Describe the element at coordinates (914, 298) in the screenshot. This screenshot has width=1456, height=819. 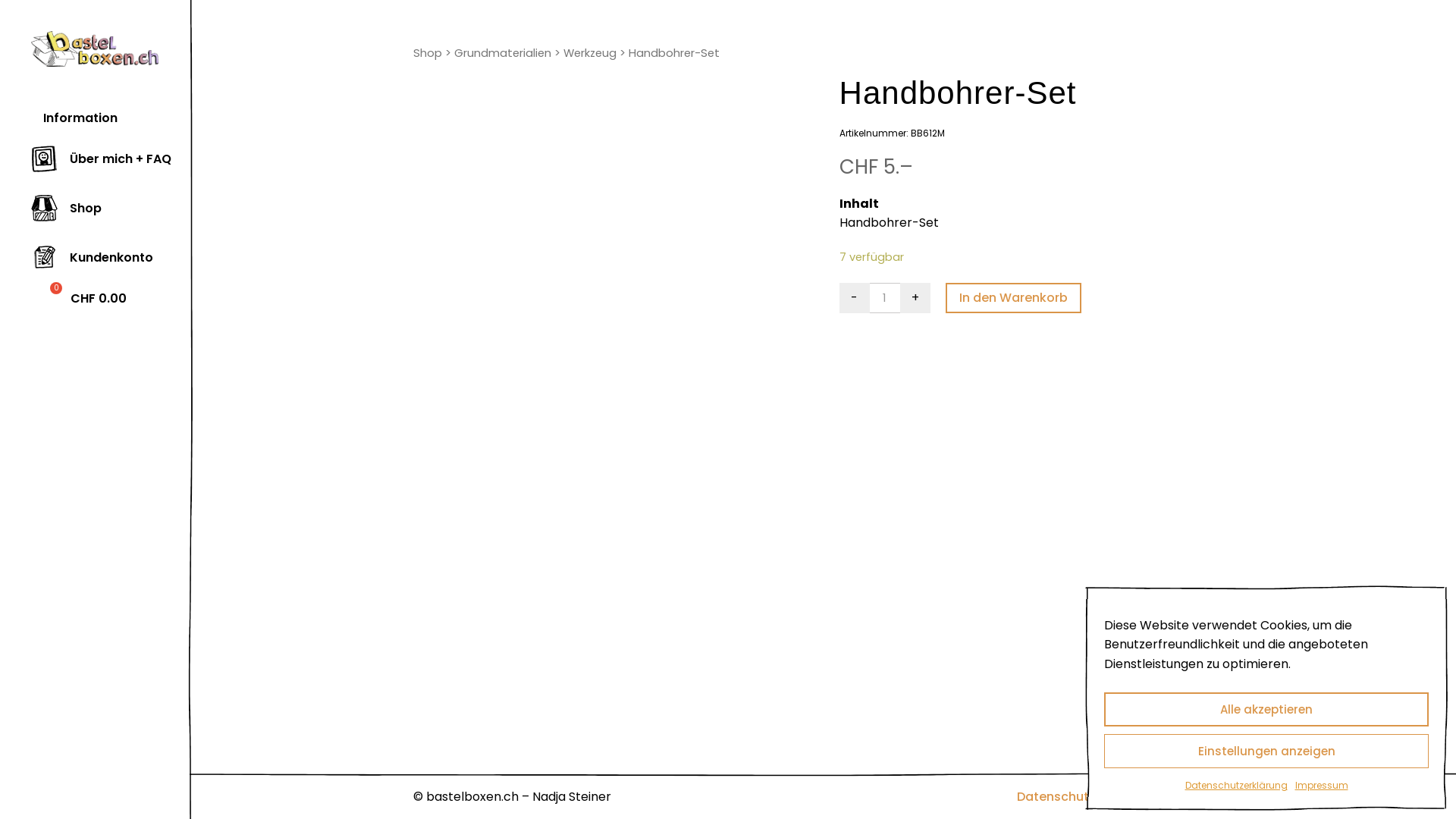
I see `'+'` at that location.